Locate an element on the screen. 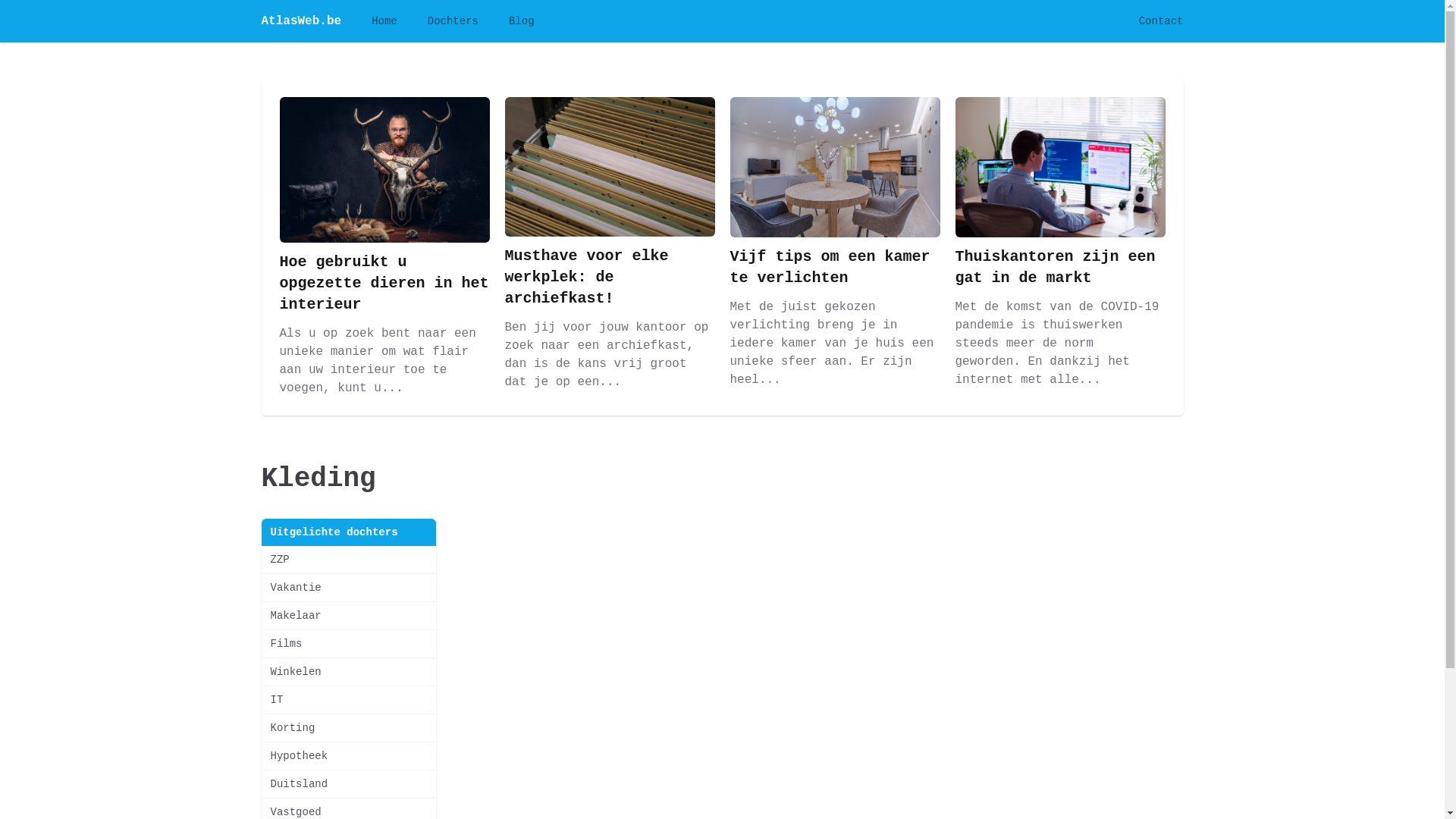 Image resolution: width=1456 pixels, height=819 pixels. 'Vakantie' is located at coordinates (347, 587).